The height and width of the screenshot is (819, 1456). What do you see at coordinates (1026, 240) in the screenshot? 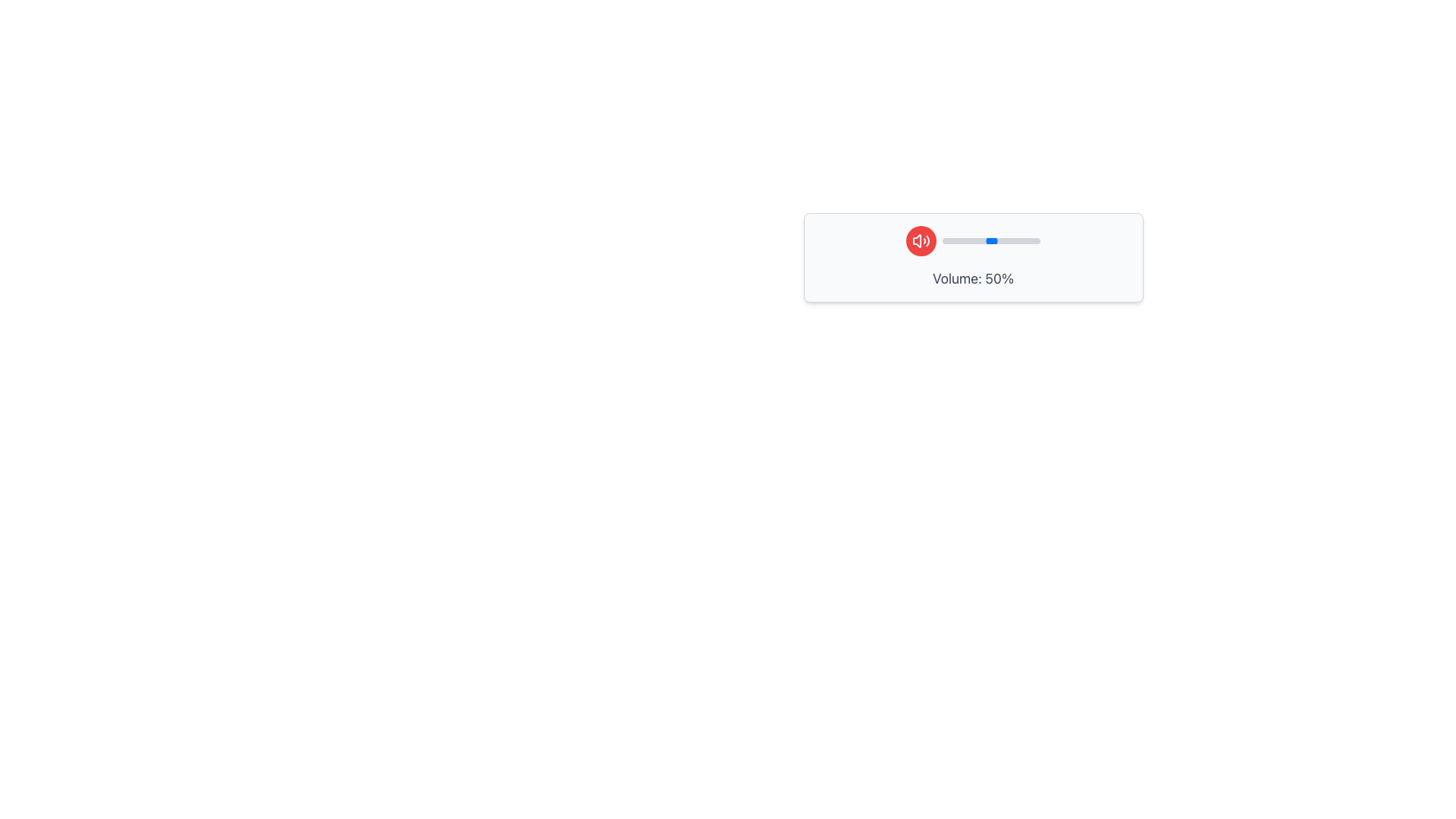
I see `volume` at bounding box center [1026, 240].